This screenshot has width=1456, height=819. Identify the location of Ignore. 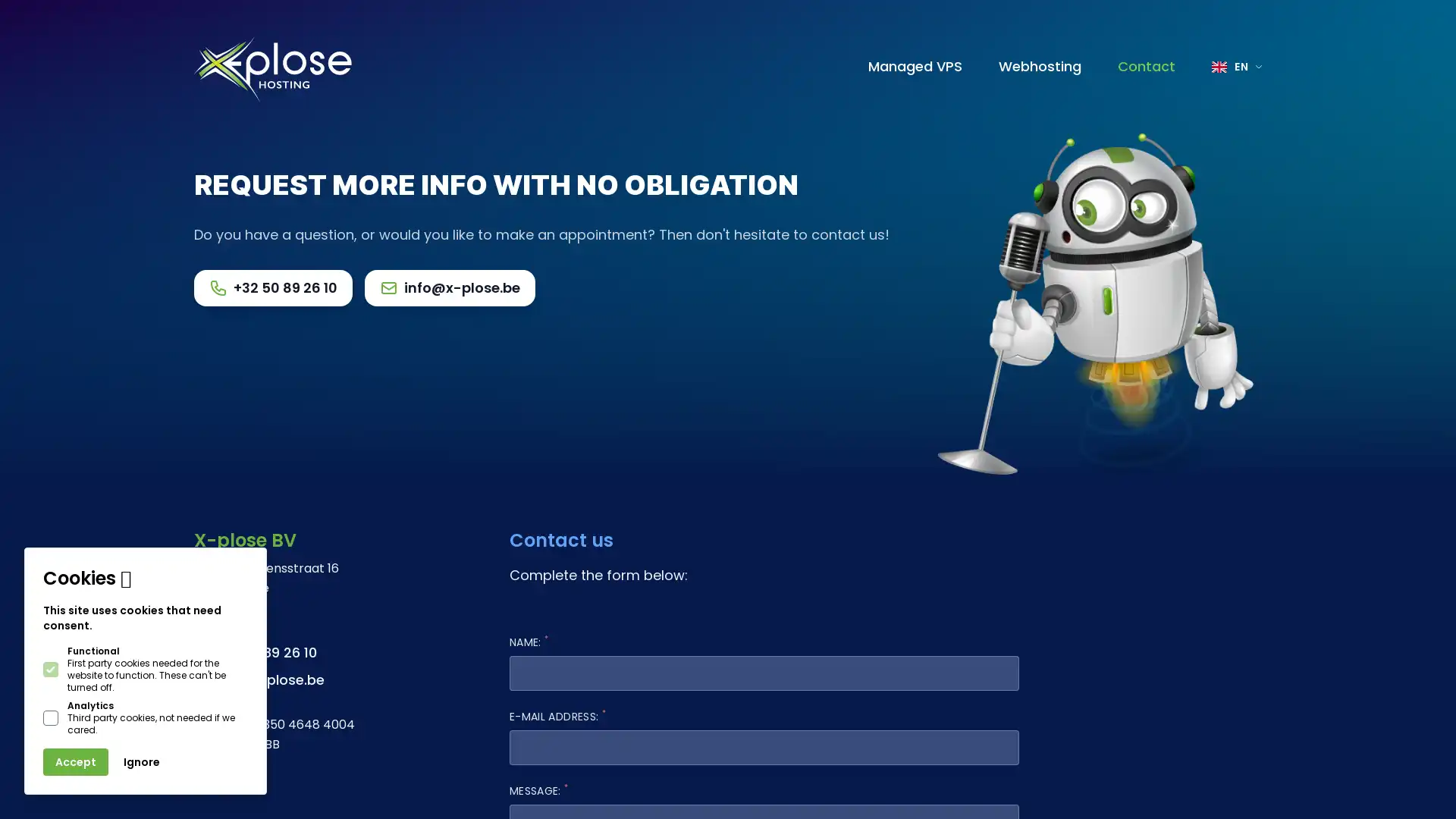
(142, 762).